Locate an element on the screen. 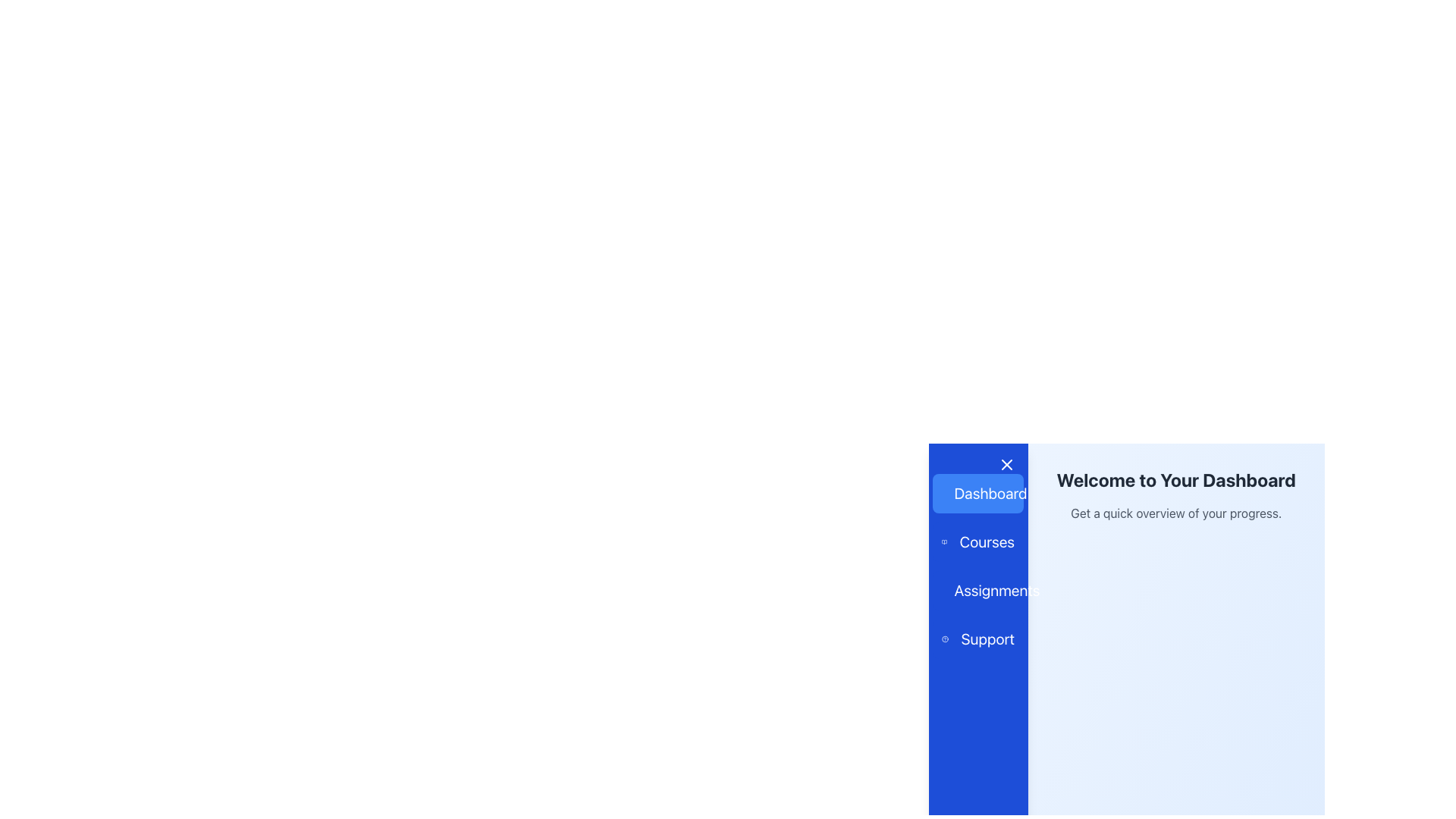 This screenshot has width=1456, height=819. the 'Dashboard' button, which is a rectangular button with rounded corners, a blue background, and a house-shaped icon to the left of the text label is located at coordinates (978, 494).